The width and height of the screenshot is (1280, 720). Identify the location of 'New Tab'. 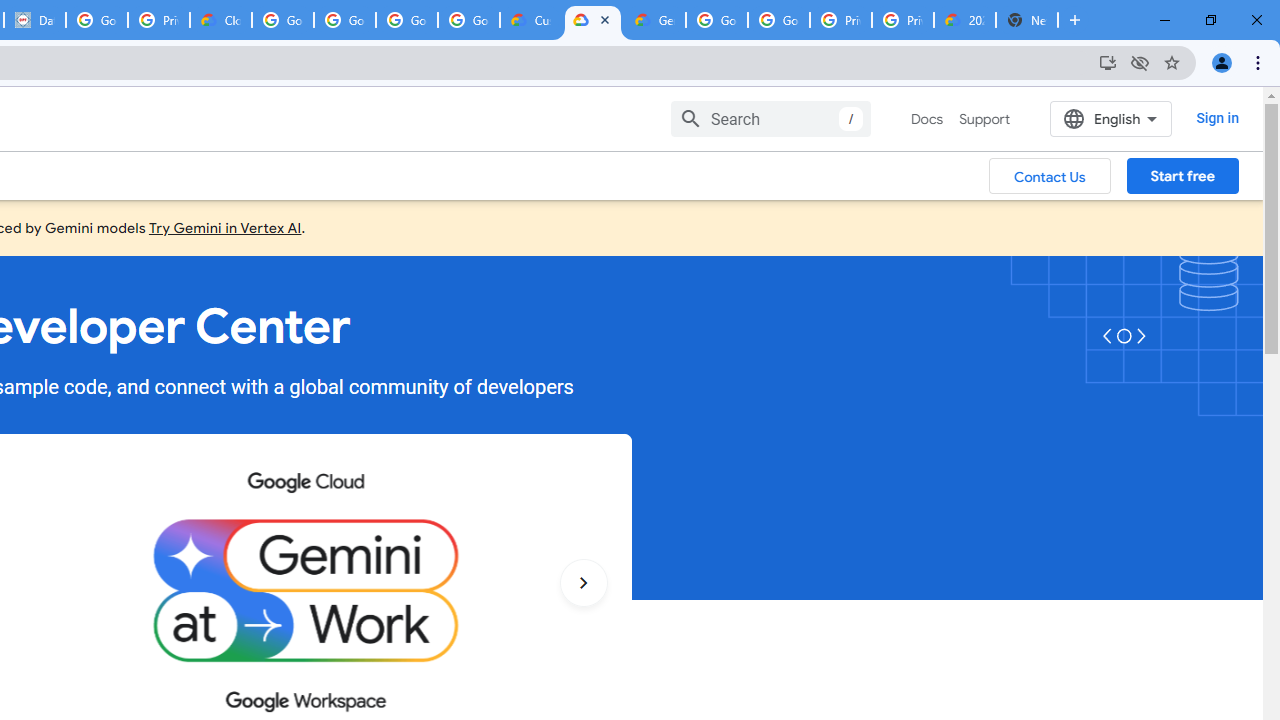
(1027, 20).